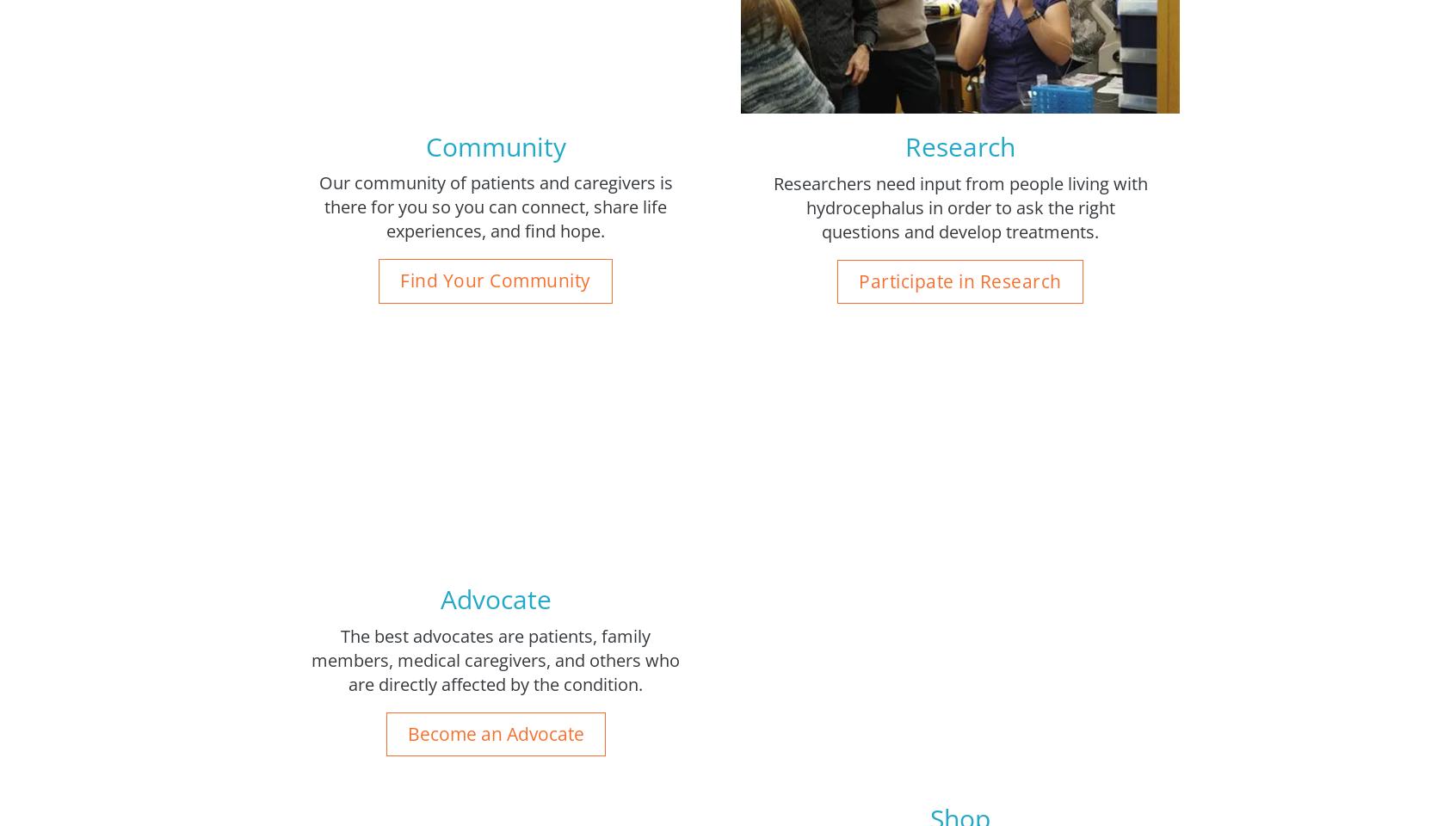 This screenshot has width=1456, height=826. I want to click on 'Advocate', so click(494, 599).